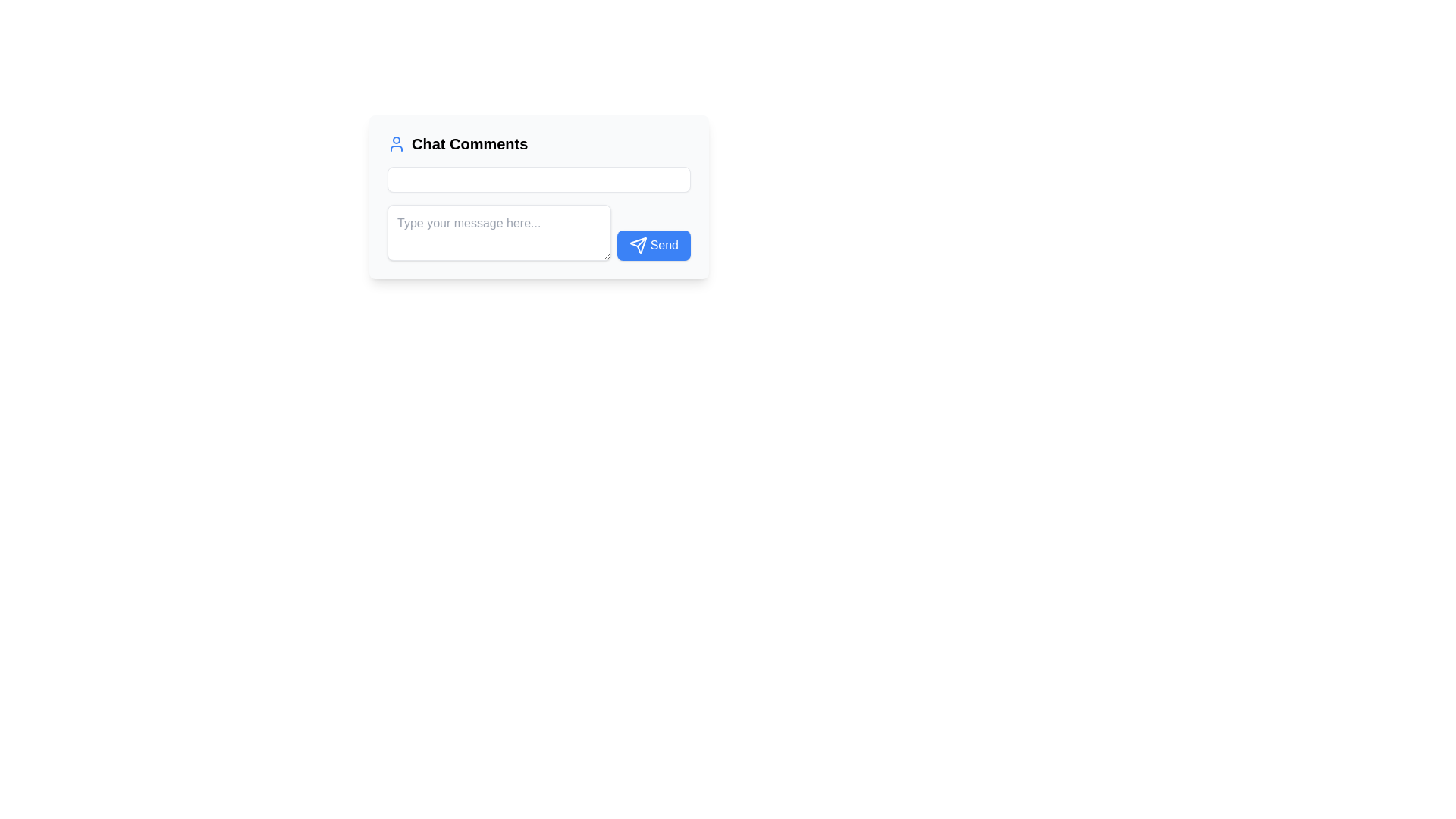 This screenshot has width=1456, height=819. What do you see at coordinates (638, 245) in the screenshot?
I see `the paper airplane icon on the left side of the blue 'Send' button, which is centered vertically and aligned to the left of the text label` at bounding box center [638, 245].